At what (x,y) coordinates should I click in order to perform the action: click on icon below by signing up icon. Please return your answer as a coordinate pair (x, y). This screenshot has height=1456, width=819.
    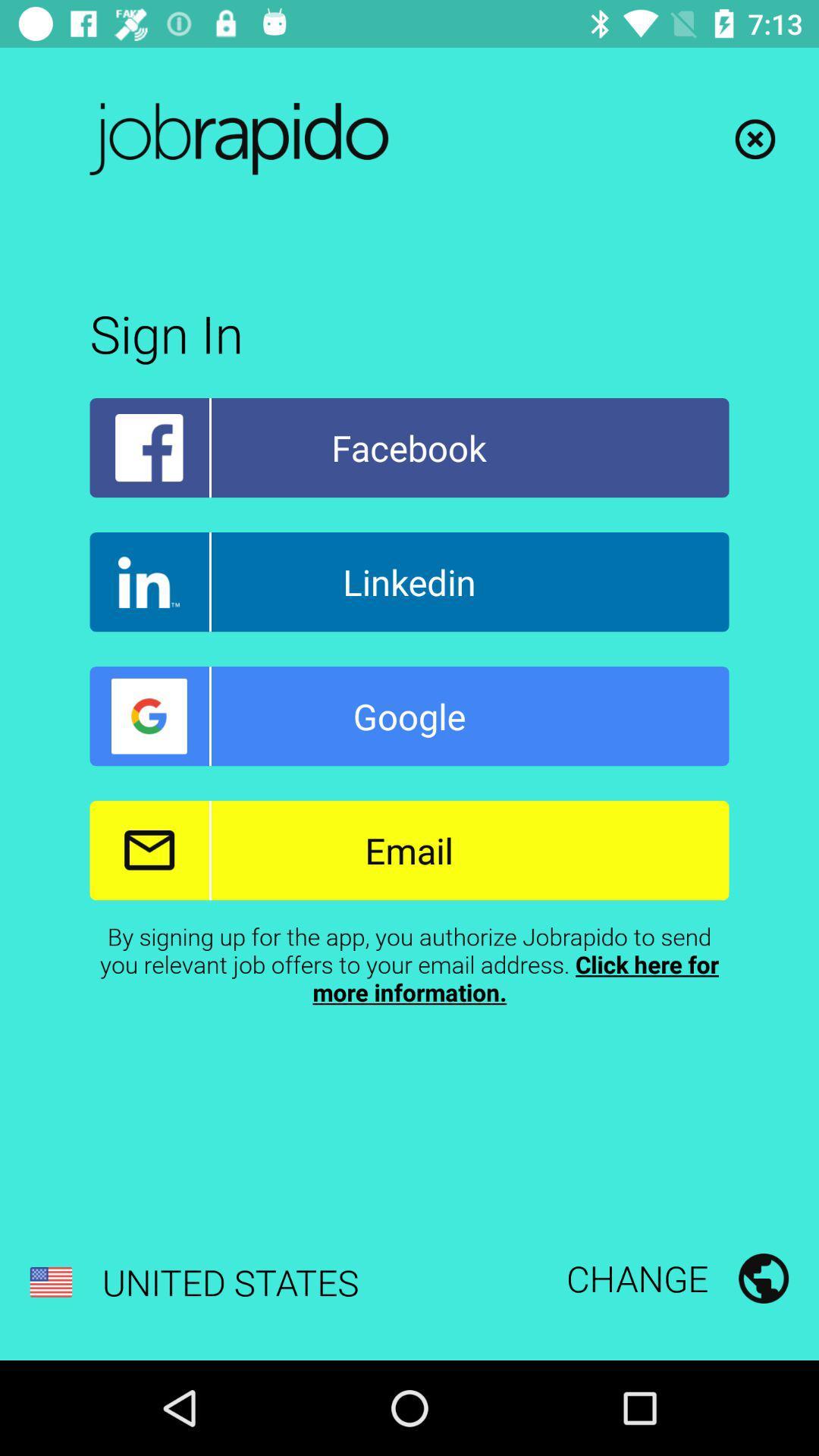
    Looking at the image, I should click on (193, 1282).